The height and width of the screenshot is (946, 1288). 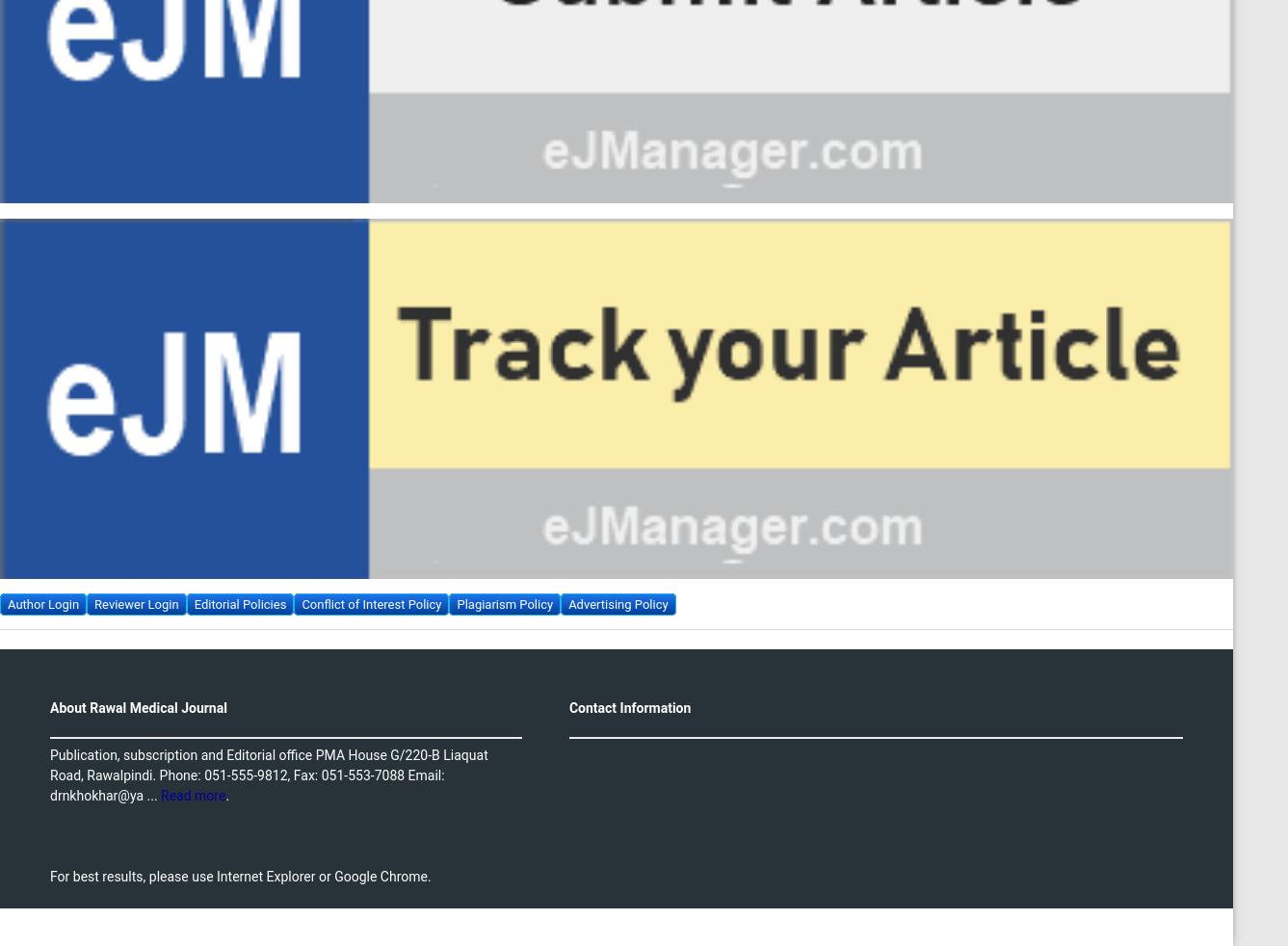 What do you see at coordinates (371, 602) in the screenshot?
I see `'Conflict of Interest Policy'` at bounding box center [371, 602].